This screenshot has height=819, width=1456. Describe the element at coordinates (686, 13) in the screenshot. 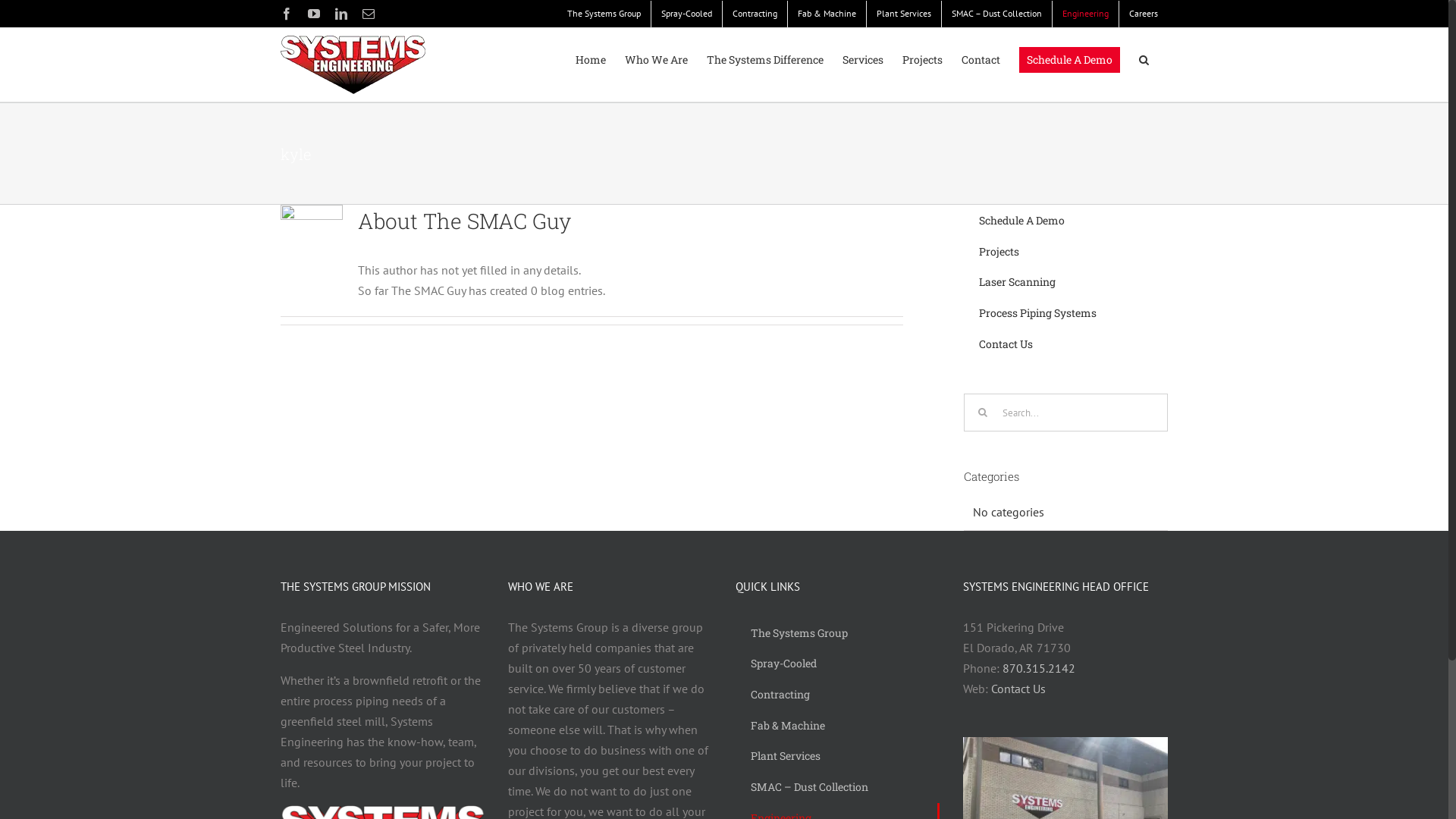

I see `'Spray-Cooled'` at that location.